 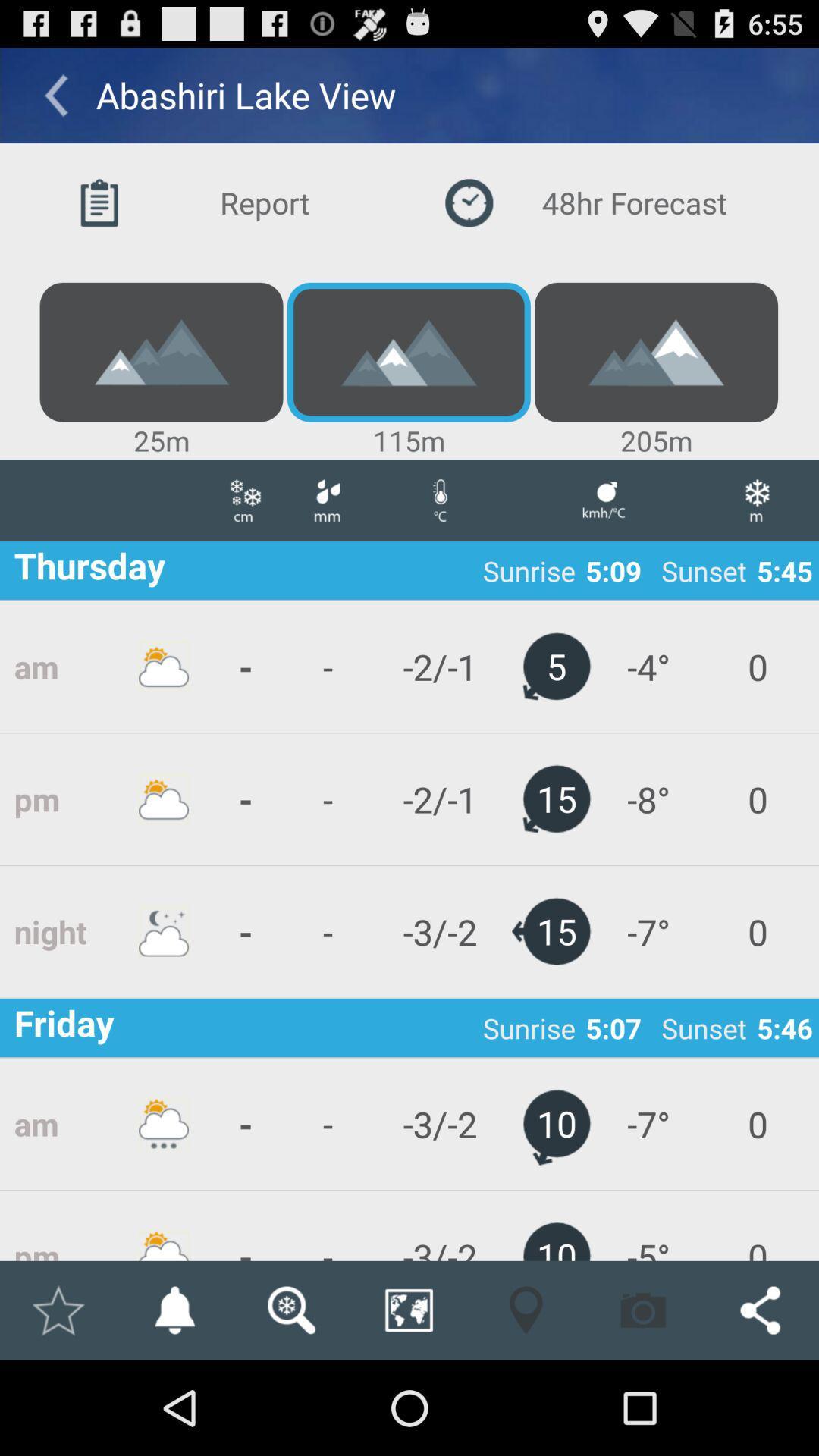 I want to click on the share icon, so click(x=760, y=1401).